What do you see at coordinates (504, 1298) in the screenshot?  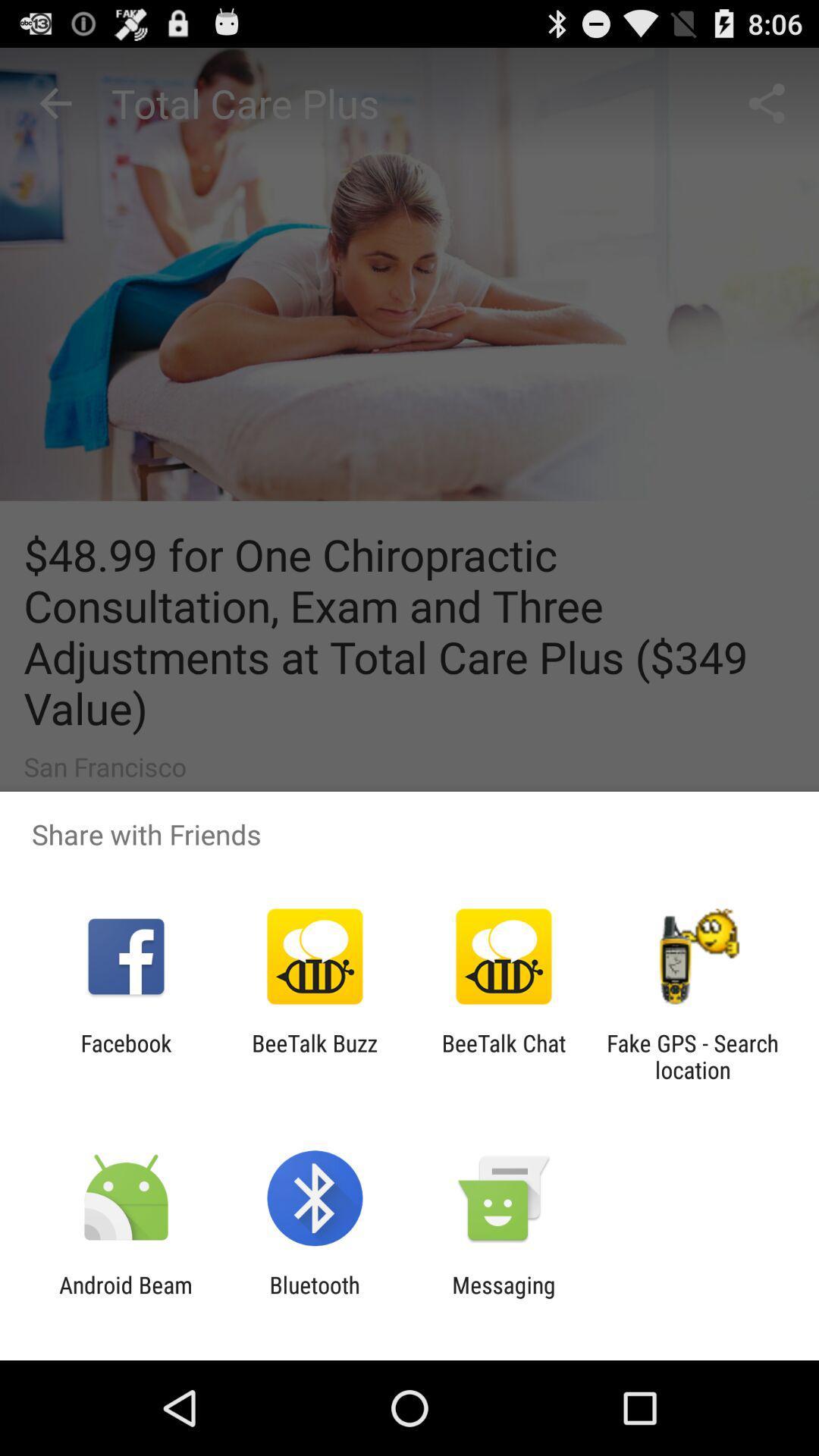 I see `app next to bluetooth` at bounding box center [504, 1298].